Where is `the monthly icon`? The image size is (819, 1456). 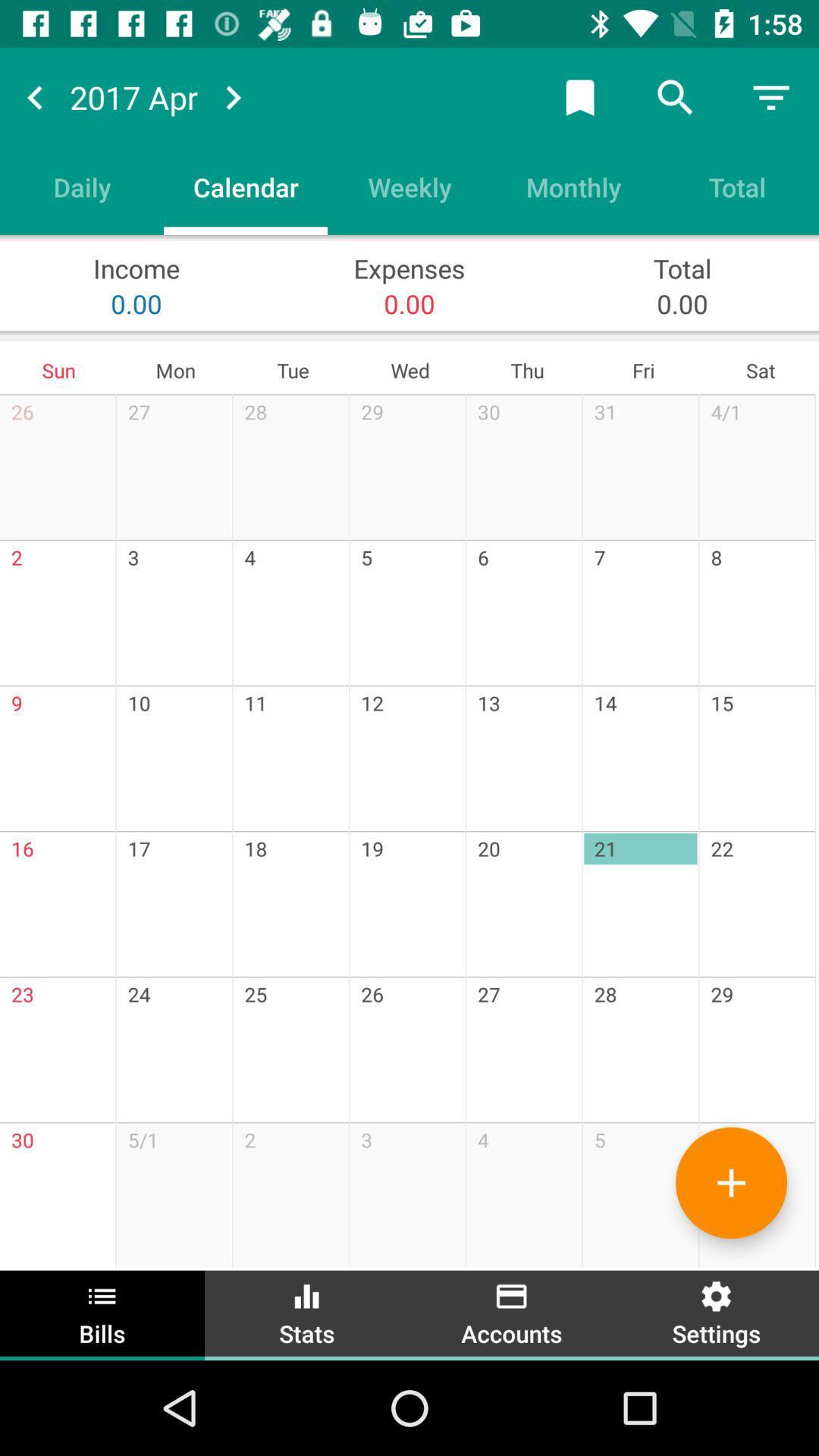
the monthly icon is located at coordinates (573, 186).